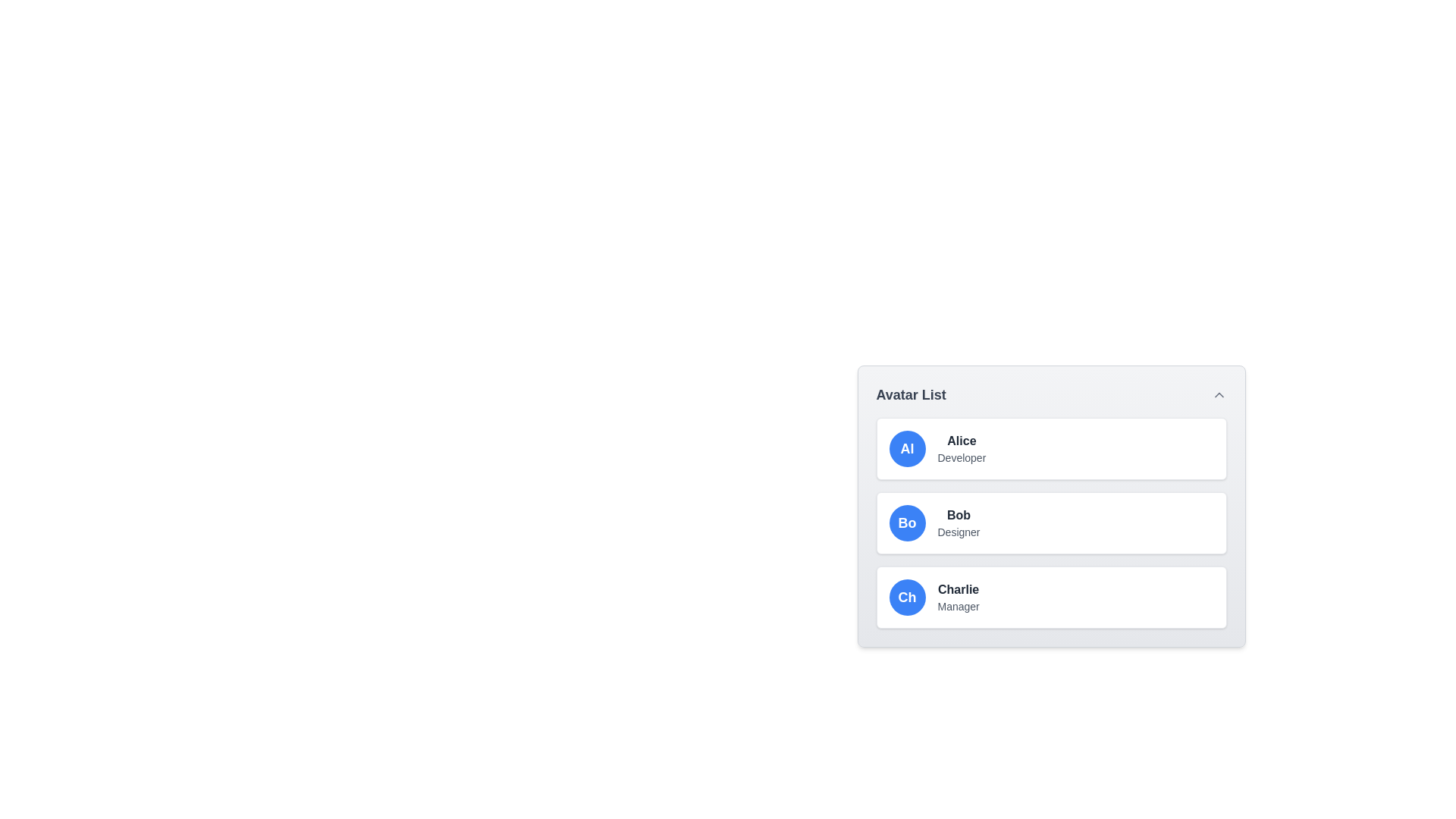  I want to click on static text label indicating Bob's professional designation, which is located below the text 'Bob' and to the right of the circular blue icon with initials 'Bo' in the second list item of the 'Avatar List', so click(958, 532).